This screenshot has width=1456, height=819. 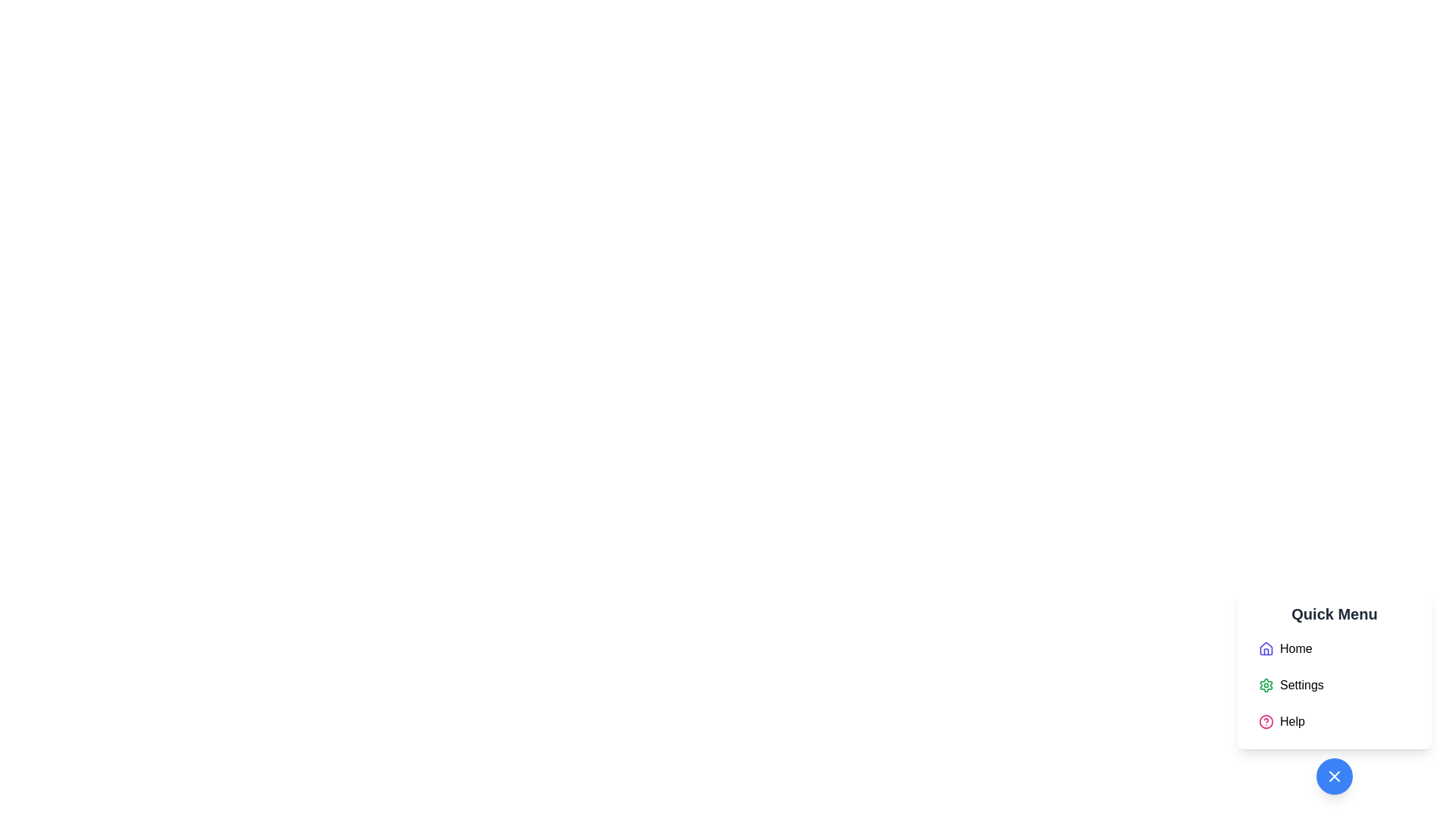 I want to click on the help text label located in the 'Quick Menu' popup panel, which is the last item in a vertical list, so click(x=1291, y=721).